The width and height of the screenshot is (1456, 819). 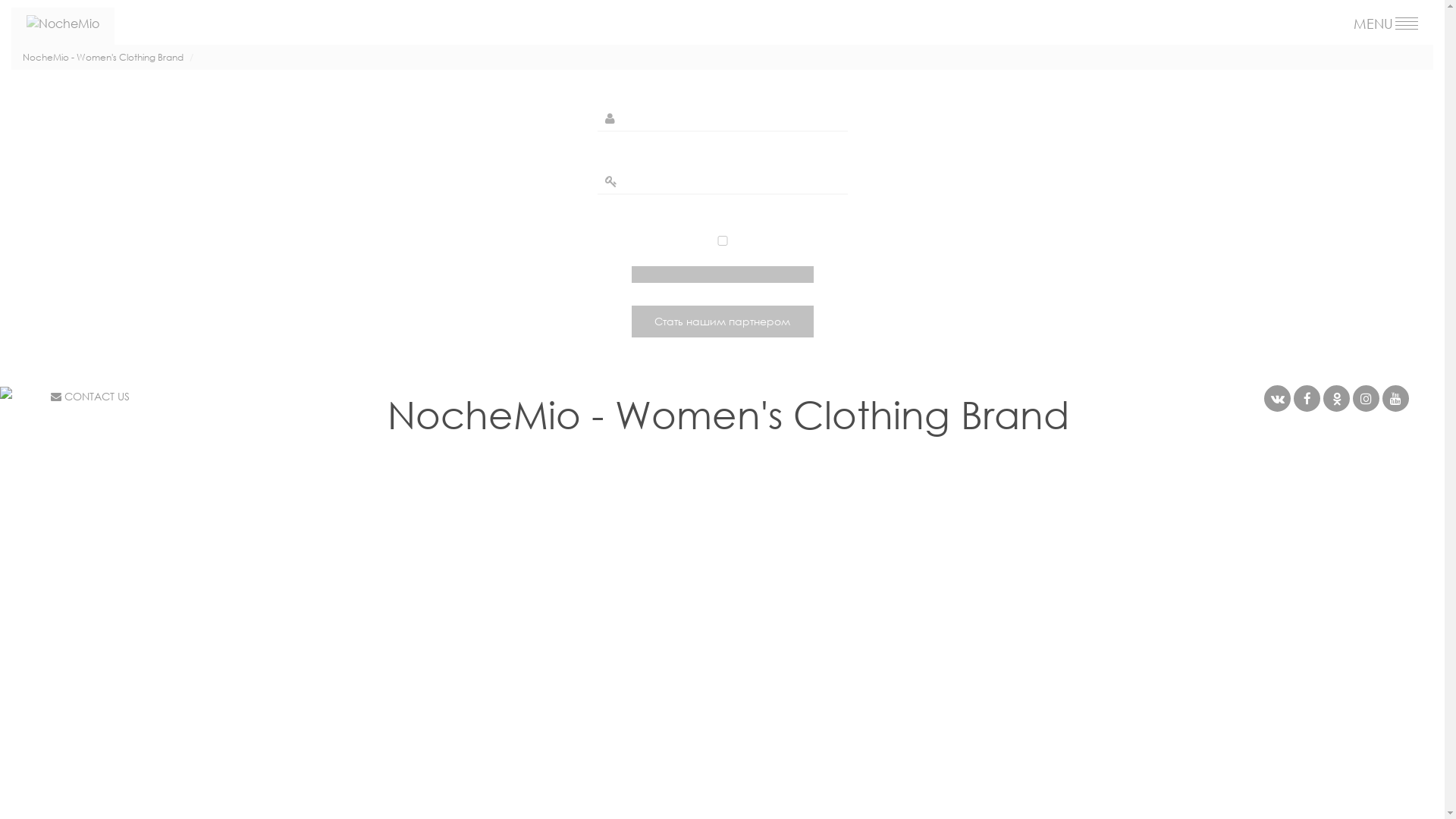 I want to click on 'Official account NocheMio in Odnoklassniki', so click(x=1336, y=397).